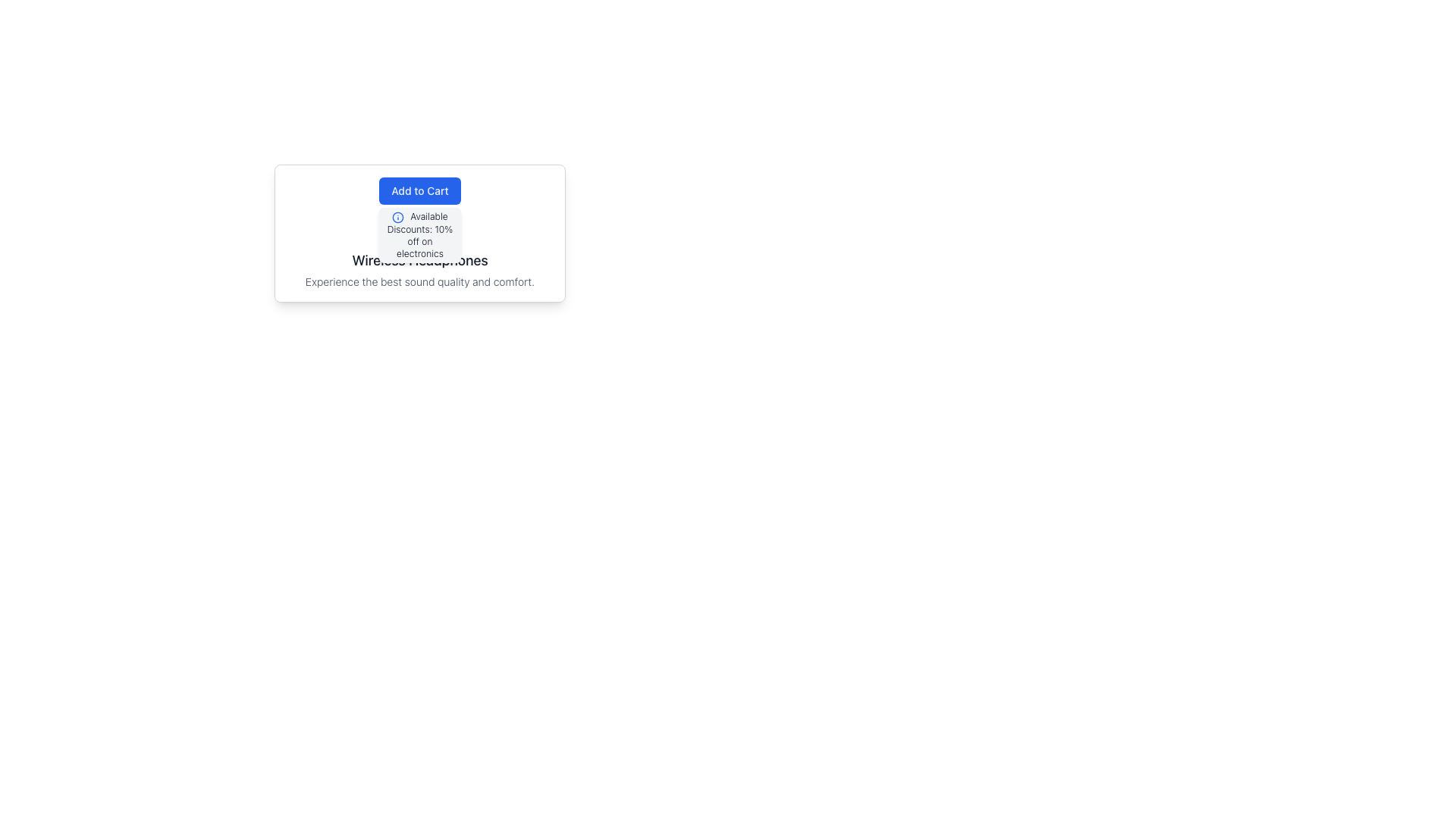  Describe the element at coordinates (419, 234) in the screenshot. I see `the tooltip with the discount offer located below the 'Add to Cart' button` at that location.